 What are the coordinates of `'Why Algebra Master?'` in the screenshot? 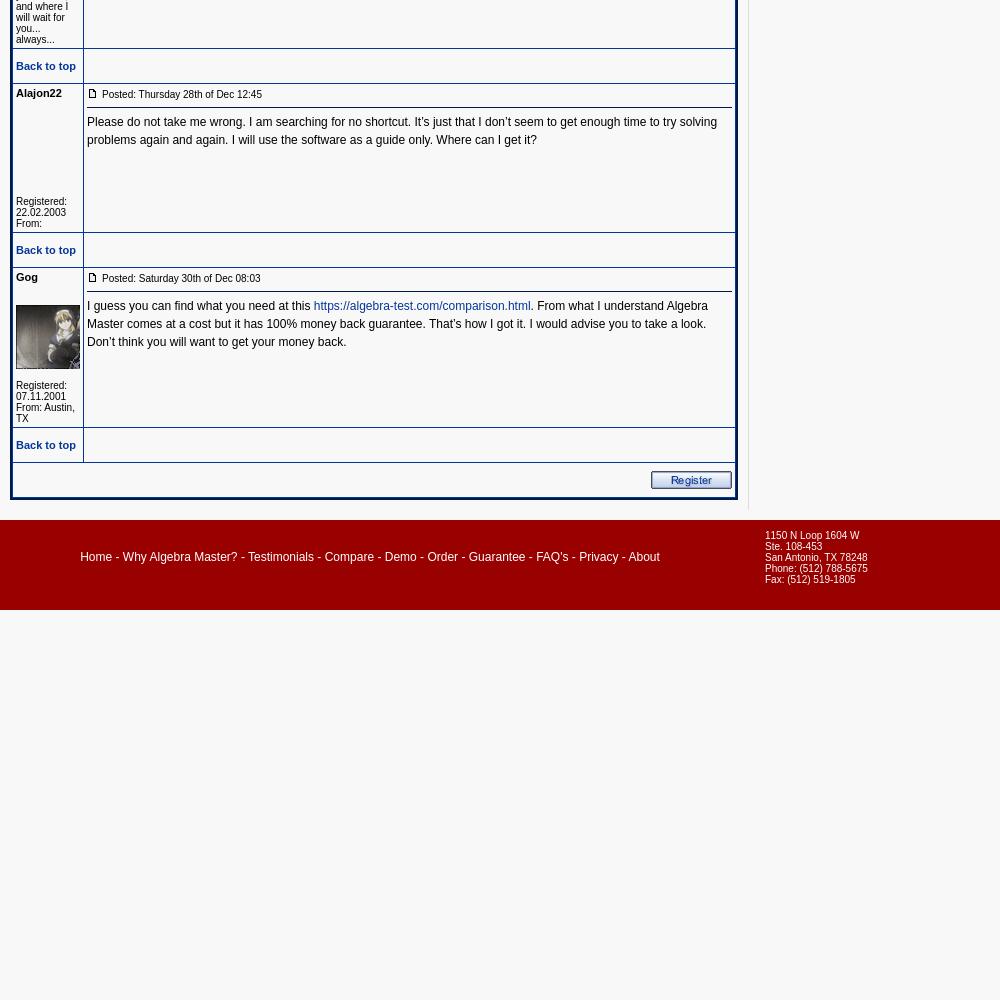 It's located at (179, 557).